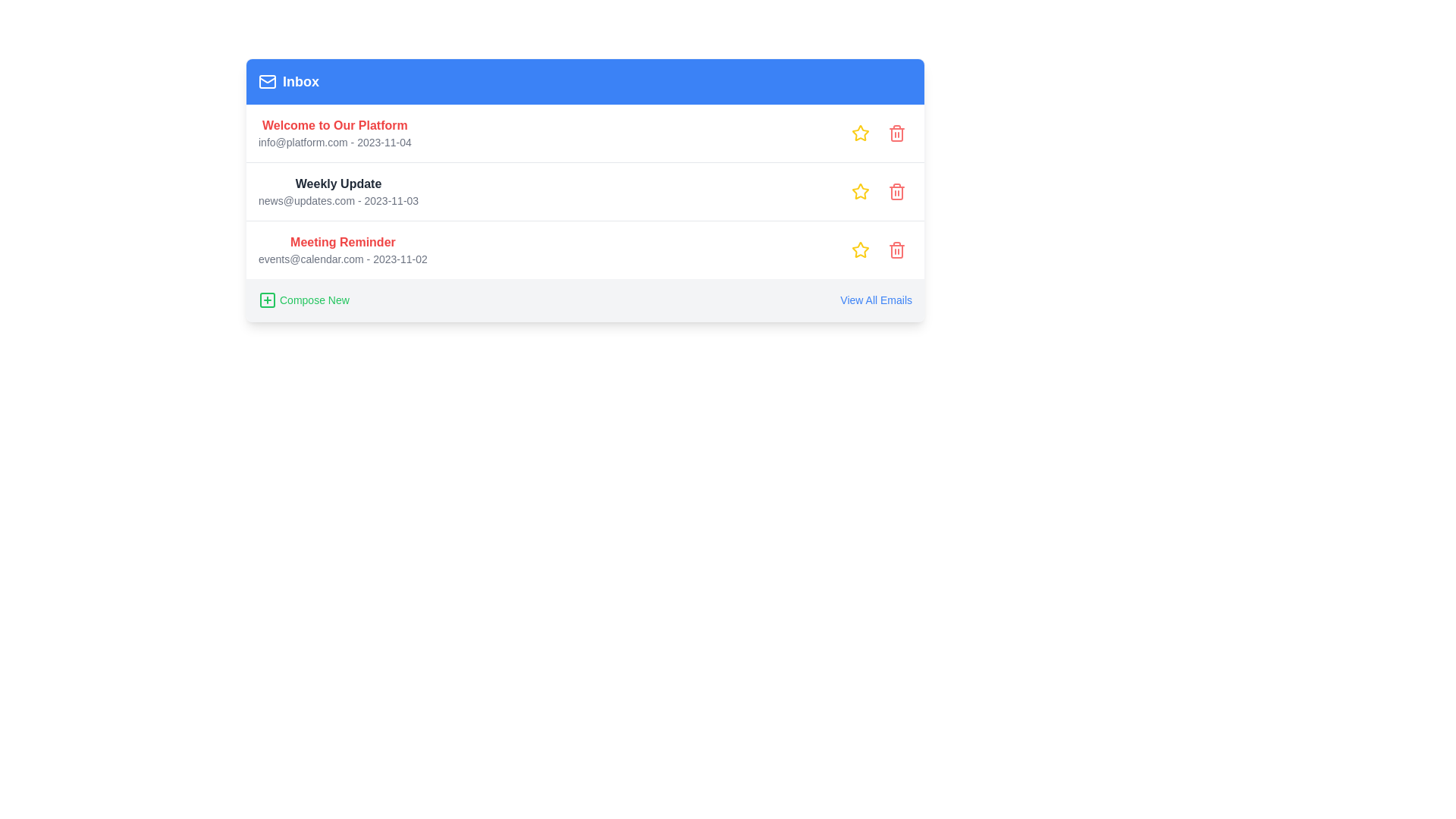 The image size is (1456, 819). Describe the element at coordinates (342, 242) in the screenshot. I see `the 'Meeting Reminder' text label, which is a bold red text displayed in a medium font size, part of a list of items in a white card interface under the 'Inbox' heading` at that location.